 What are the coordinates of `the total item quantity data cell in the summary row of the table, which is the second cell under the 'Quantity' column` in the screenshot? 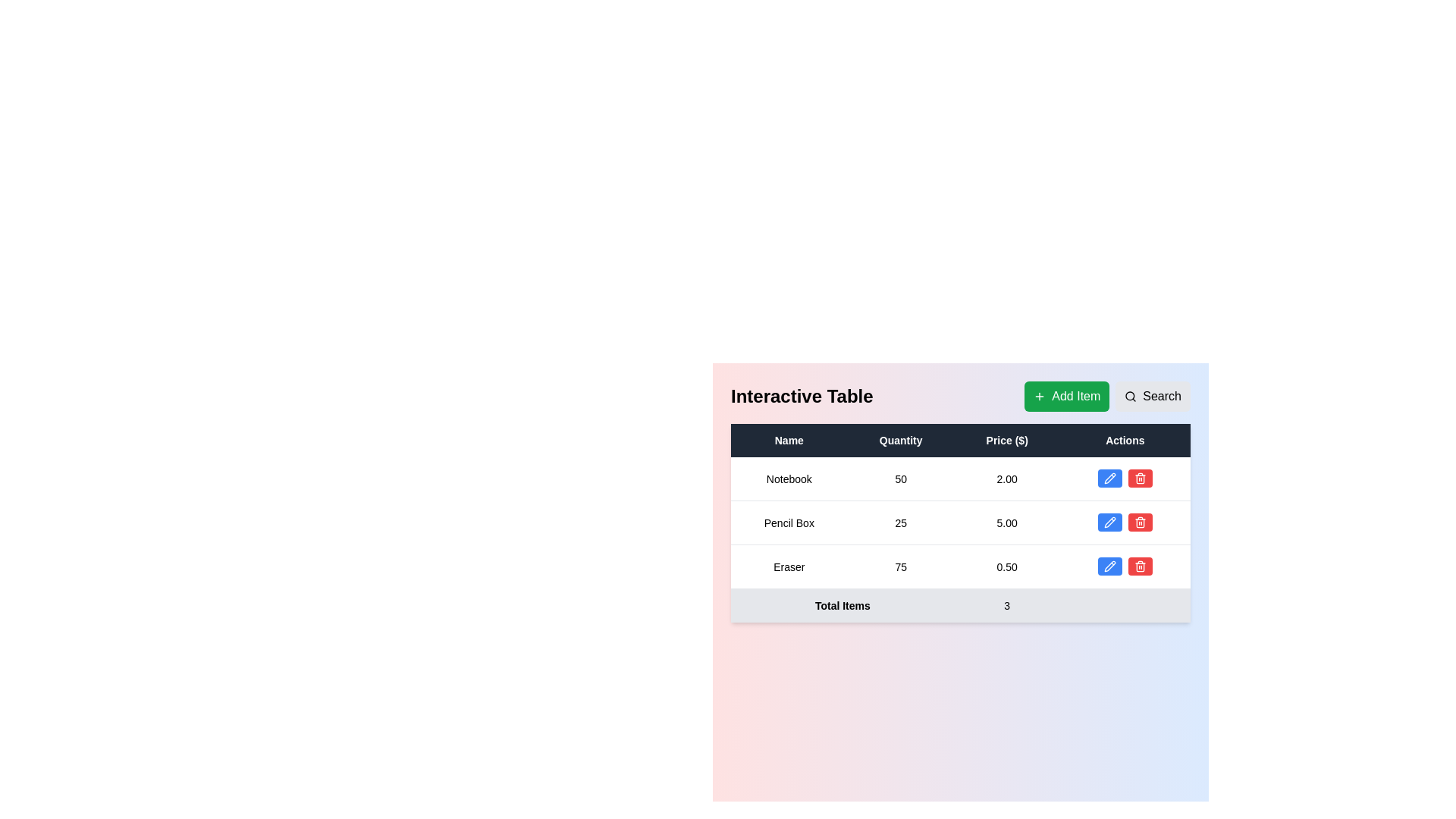 It's located at (1007, 604).